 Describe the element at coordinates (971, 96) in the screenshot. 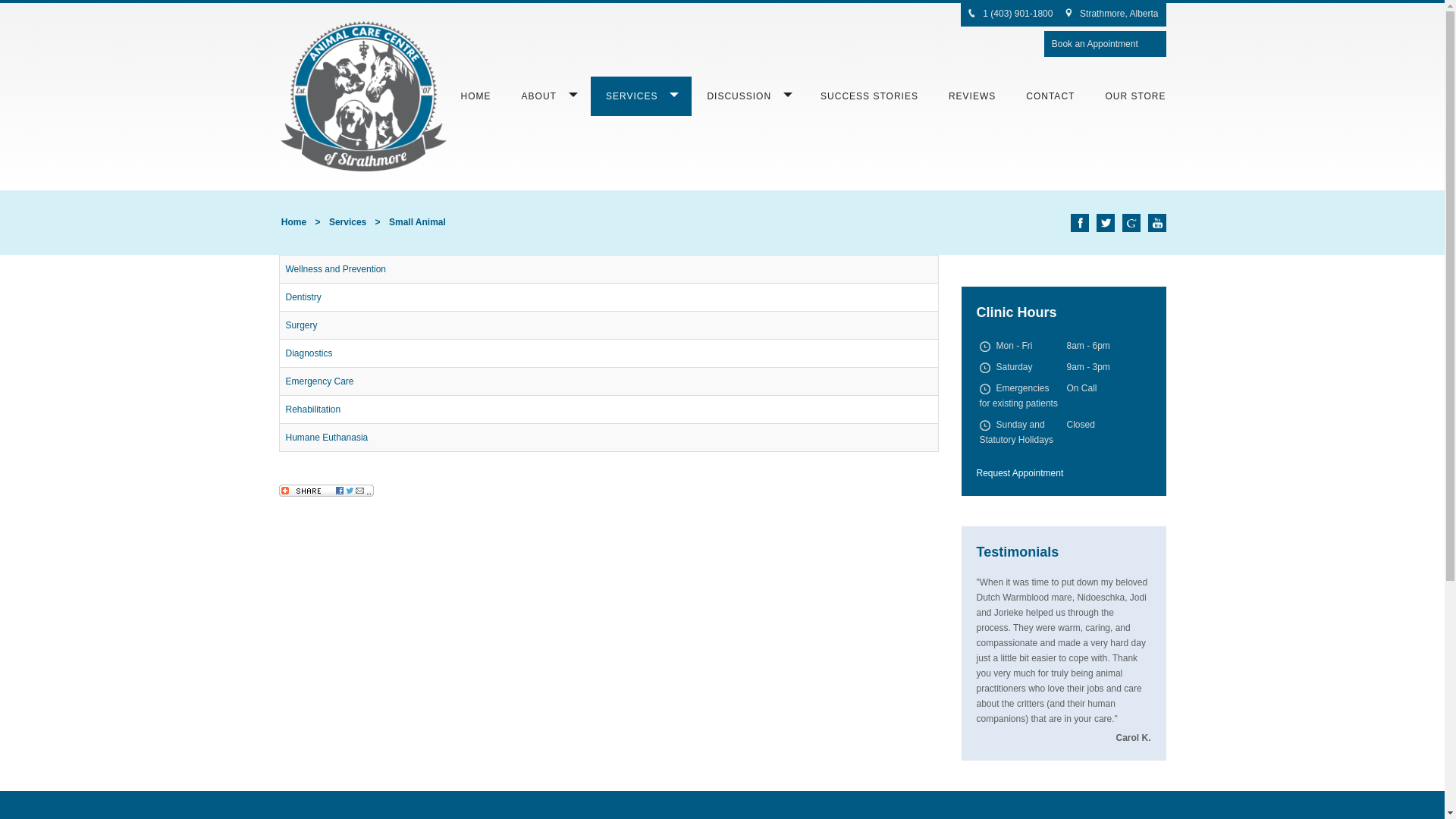

I see `'REVIEWS'` at that location.